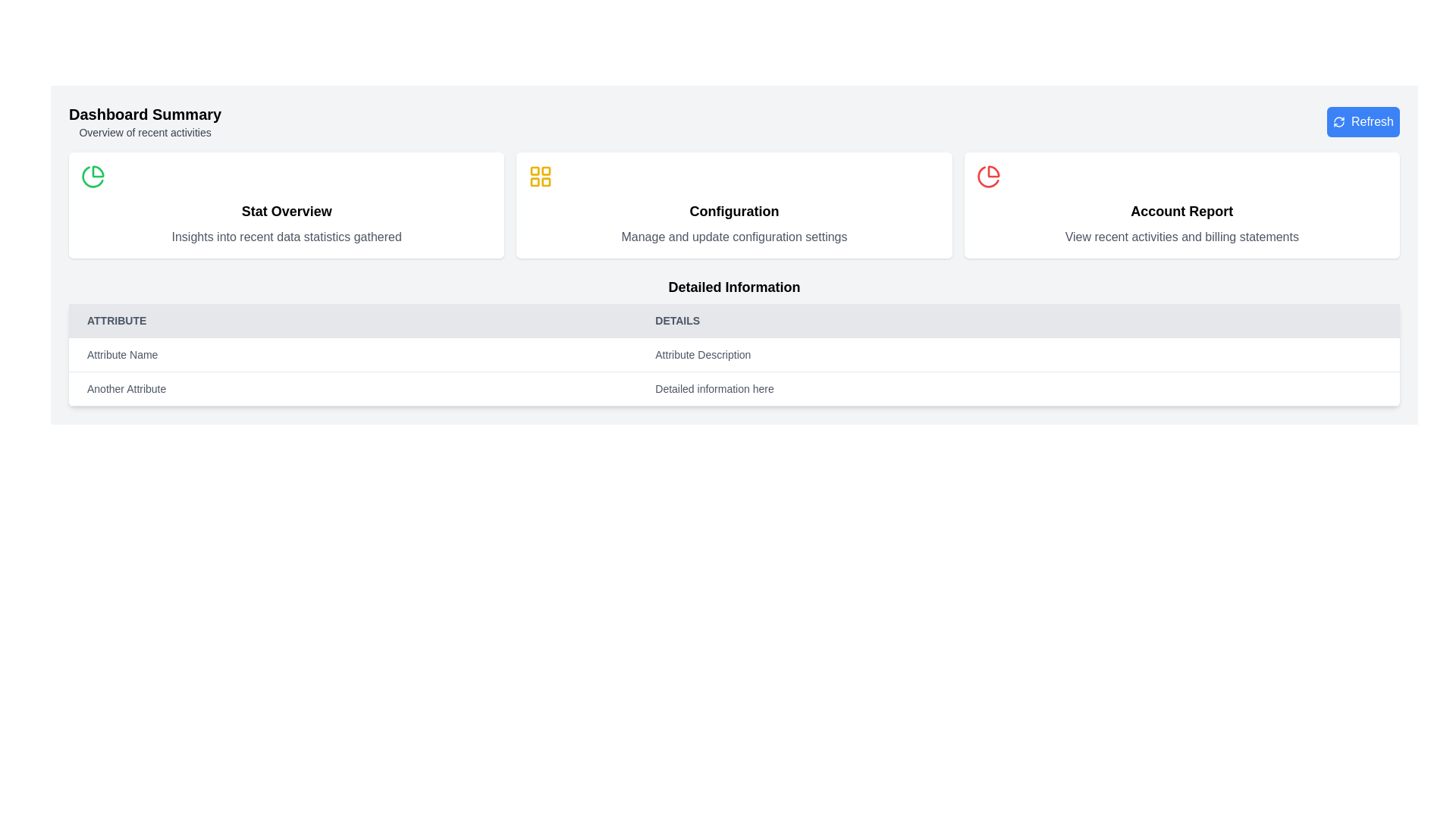 The width and height of the screenshot is (1456, 819). Describe the element at coordinates (541, 175) in the screenshot. I see `the grid-like icon made up of four yellow squares with rounded edges located in the 'Configuration' panel for managing configuration settings` at that location.